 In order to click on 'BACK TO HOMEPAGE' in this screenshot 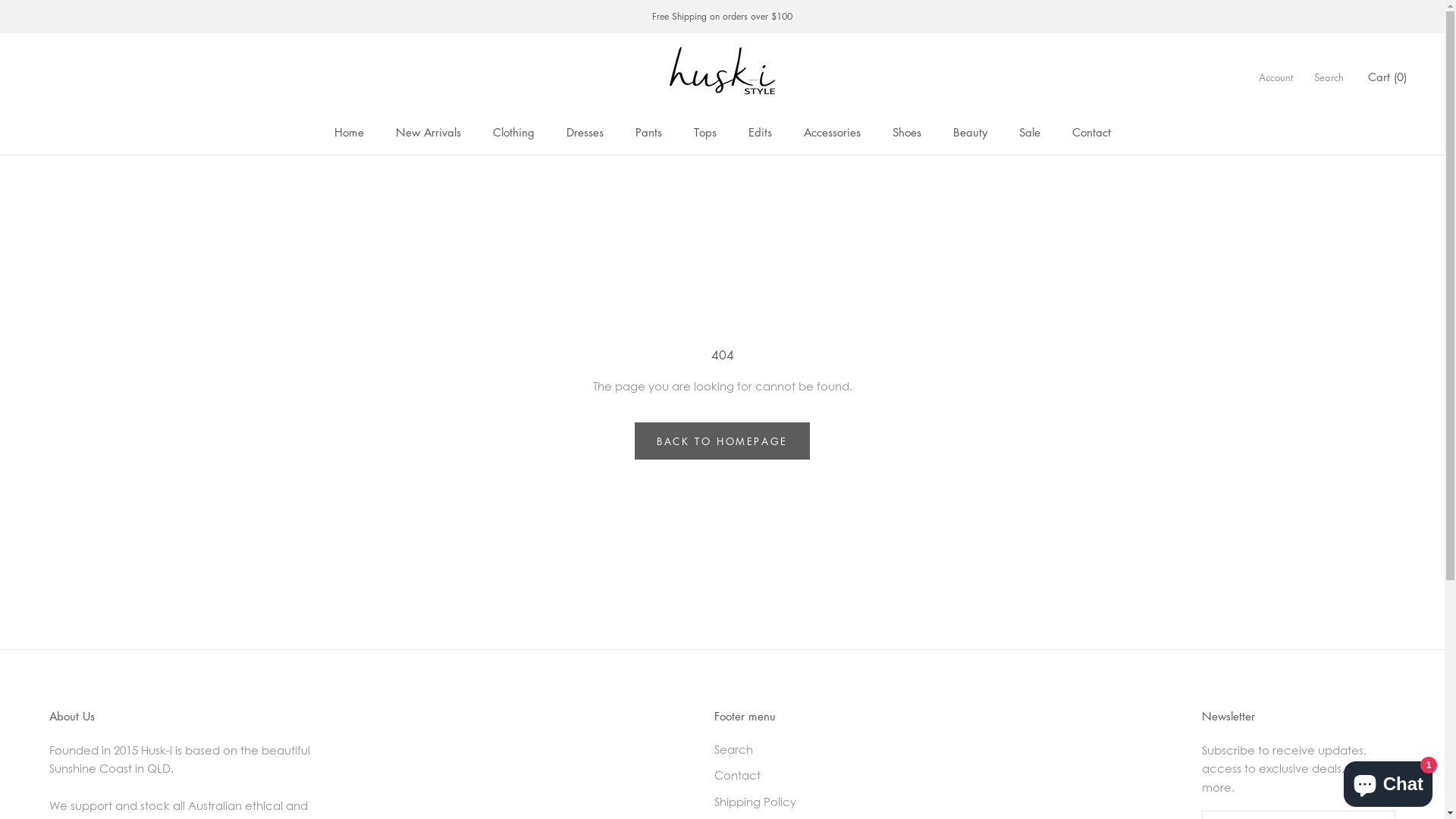, I will do `click(721, 441)`.